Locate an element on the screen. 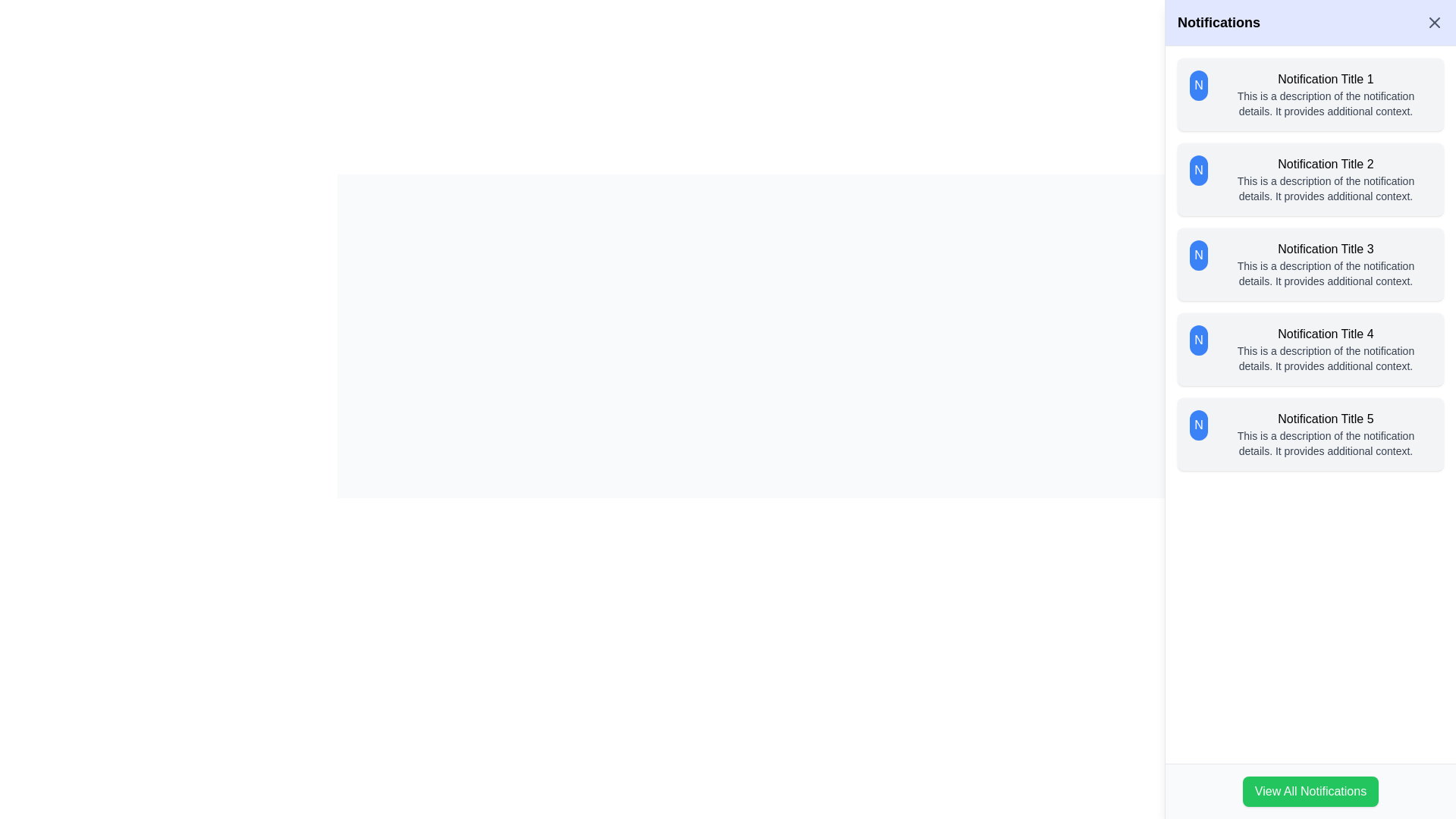 The height and width of the screenshot is (819, 1456). text content of the Text Display Component identified by 'Notification Title 5' located in the fifth position of the notification list is located at coordinates (1325, 435).